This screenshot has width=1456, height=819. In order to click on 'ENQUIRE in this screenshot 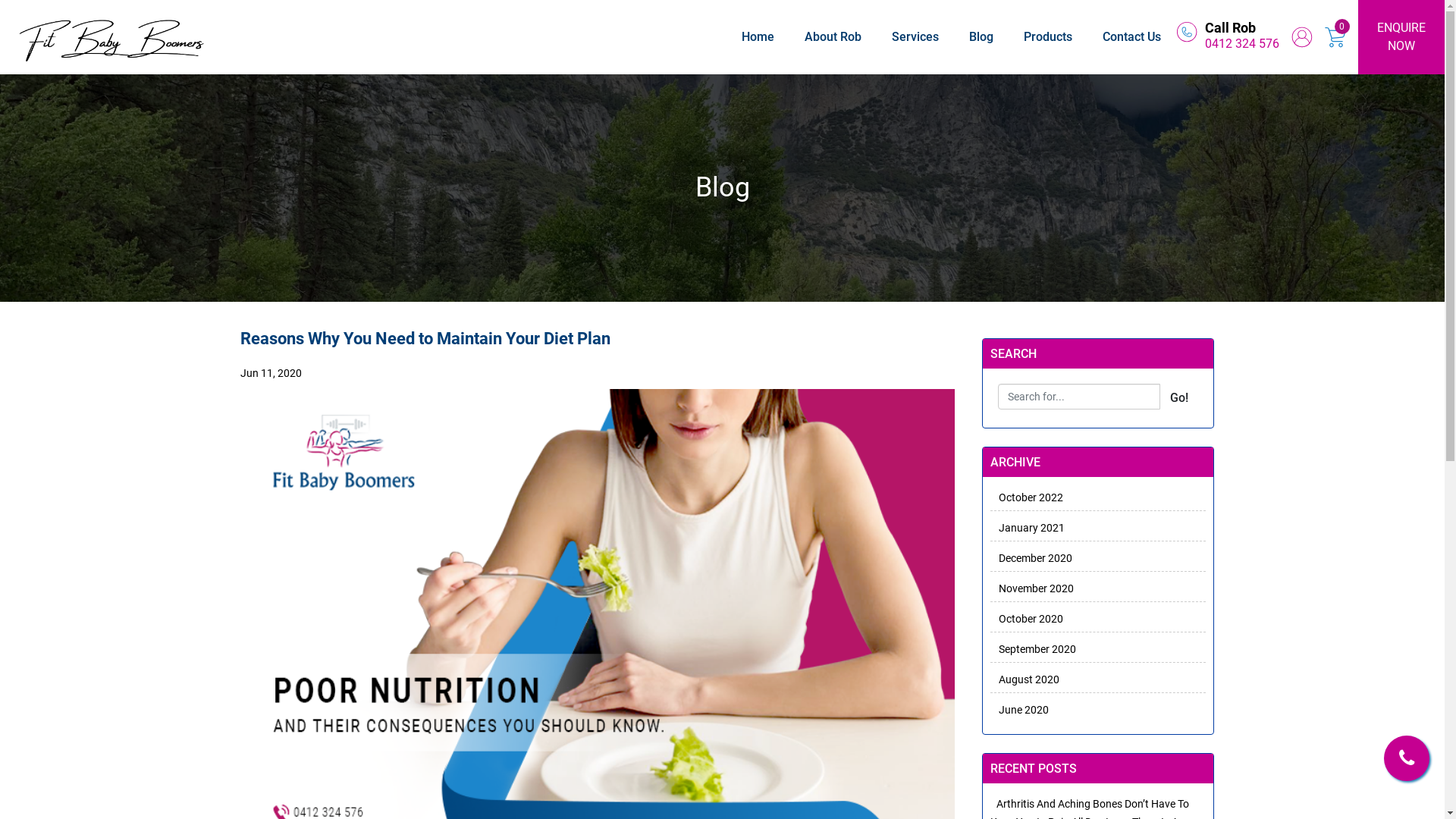, I will do `click(1401, 36)`.